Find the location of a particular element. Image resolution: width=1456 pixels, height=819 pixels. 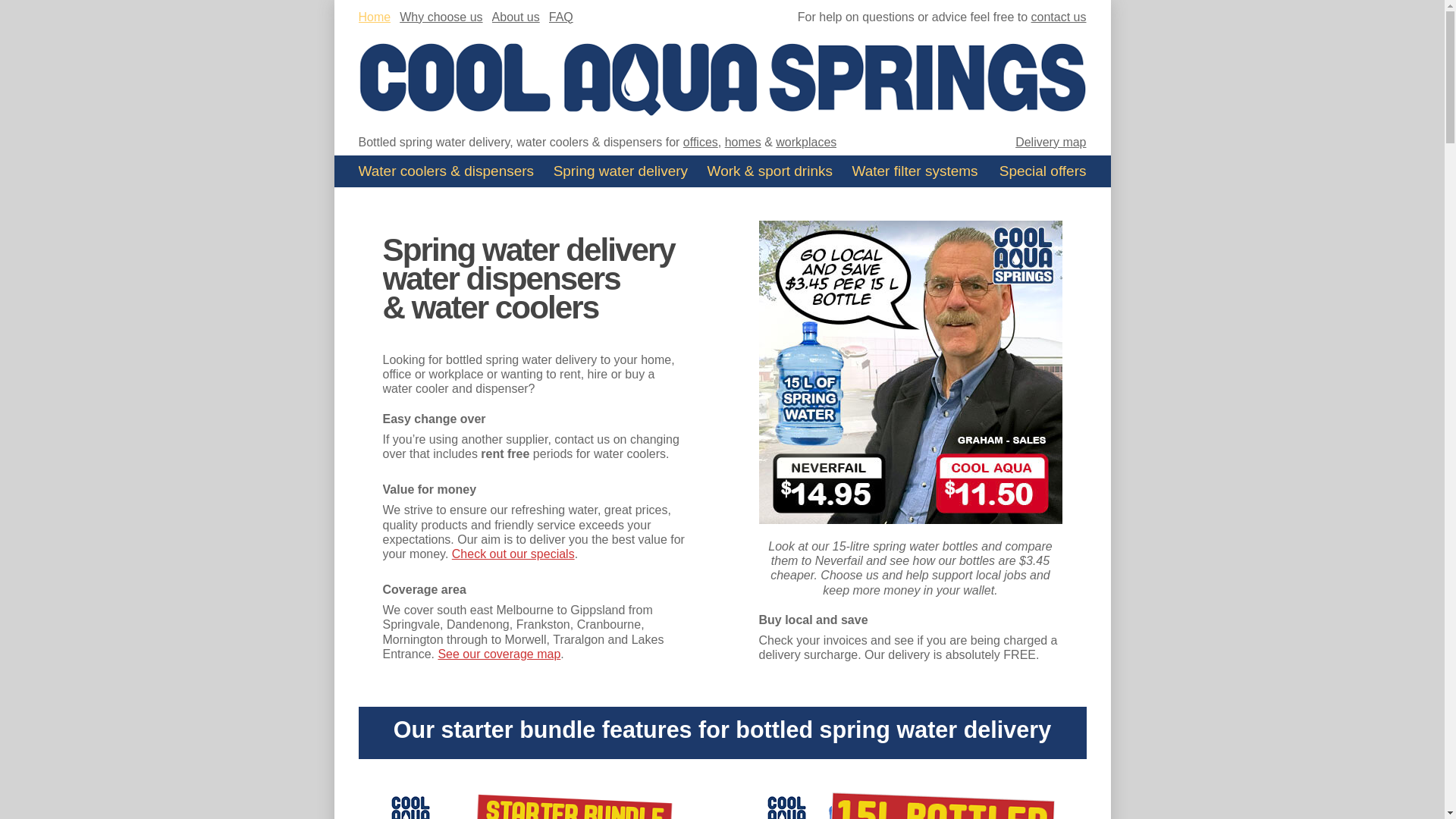

'workplaces' is located at coordinates (805, 141).